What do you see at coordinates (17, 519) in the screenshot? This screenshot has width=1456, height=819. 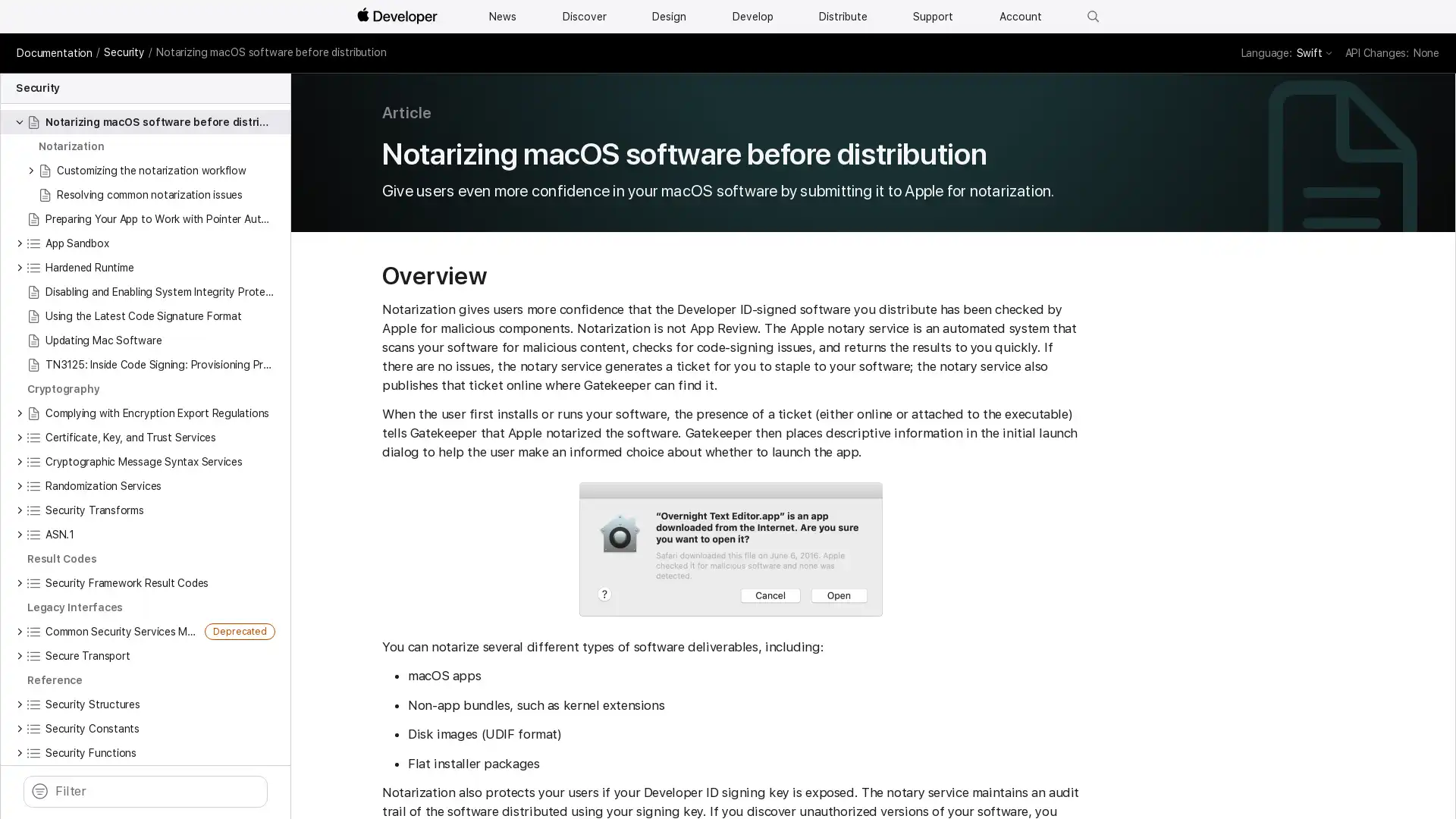 I see `Security Transforms` at bounding box center [17, 519].